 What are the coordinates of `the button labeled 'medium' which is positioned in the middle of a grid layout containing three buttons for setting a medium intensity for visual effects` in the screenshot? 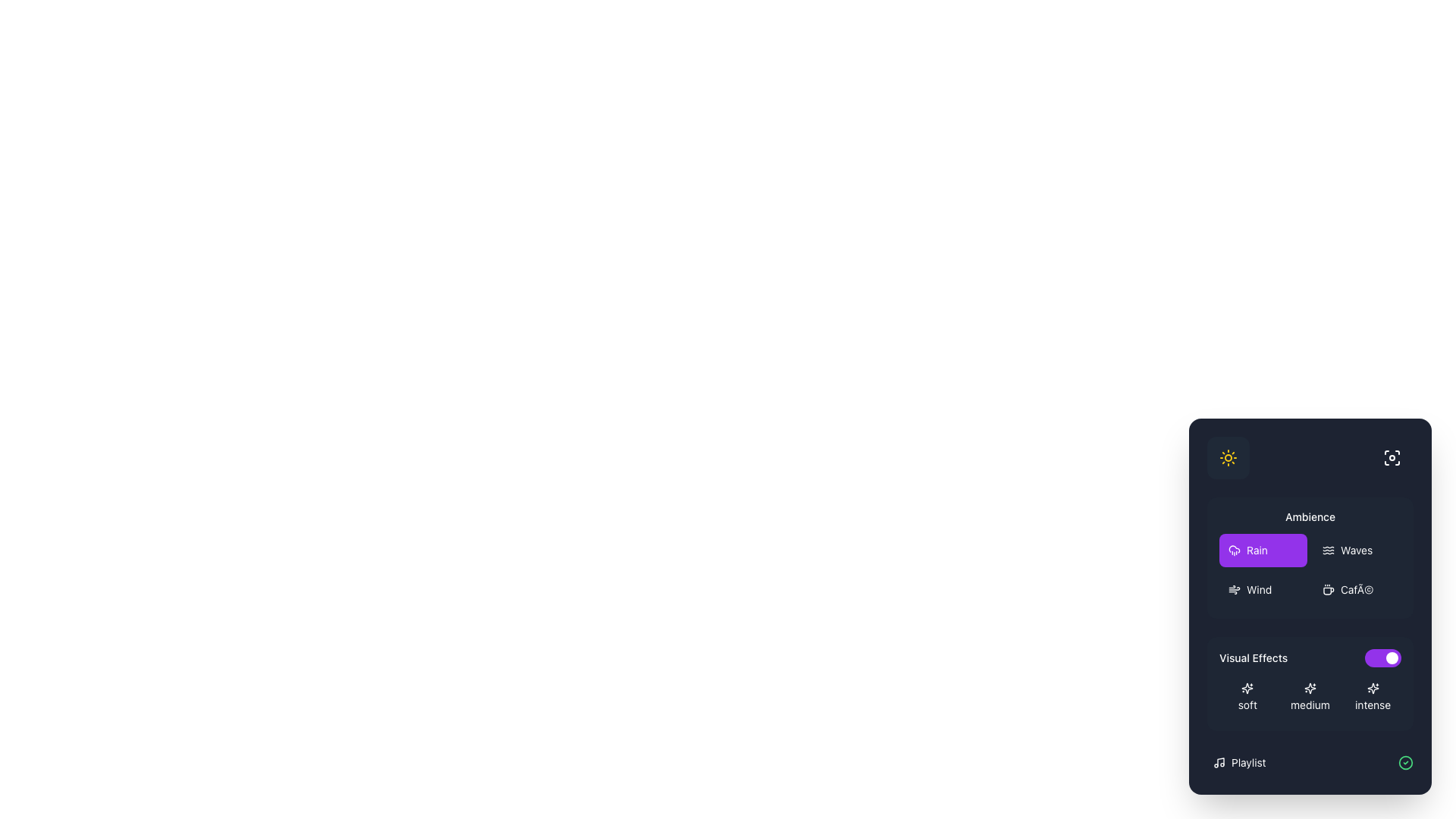 It's located at (1310, 698).